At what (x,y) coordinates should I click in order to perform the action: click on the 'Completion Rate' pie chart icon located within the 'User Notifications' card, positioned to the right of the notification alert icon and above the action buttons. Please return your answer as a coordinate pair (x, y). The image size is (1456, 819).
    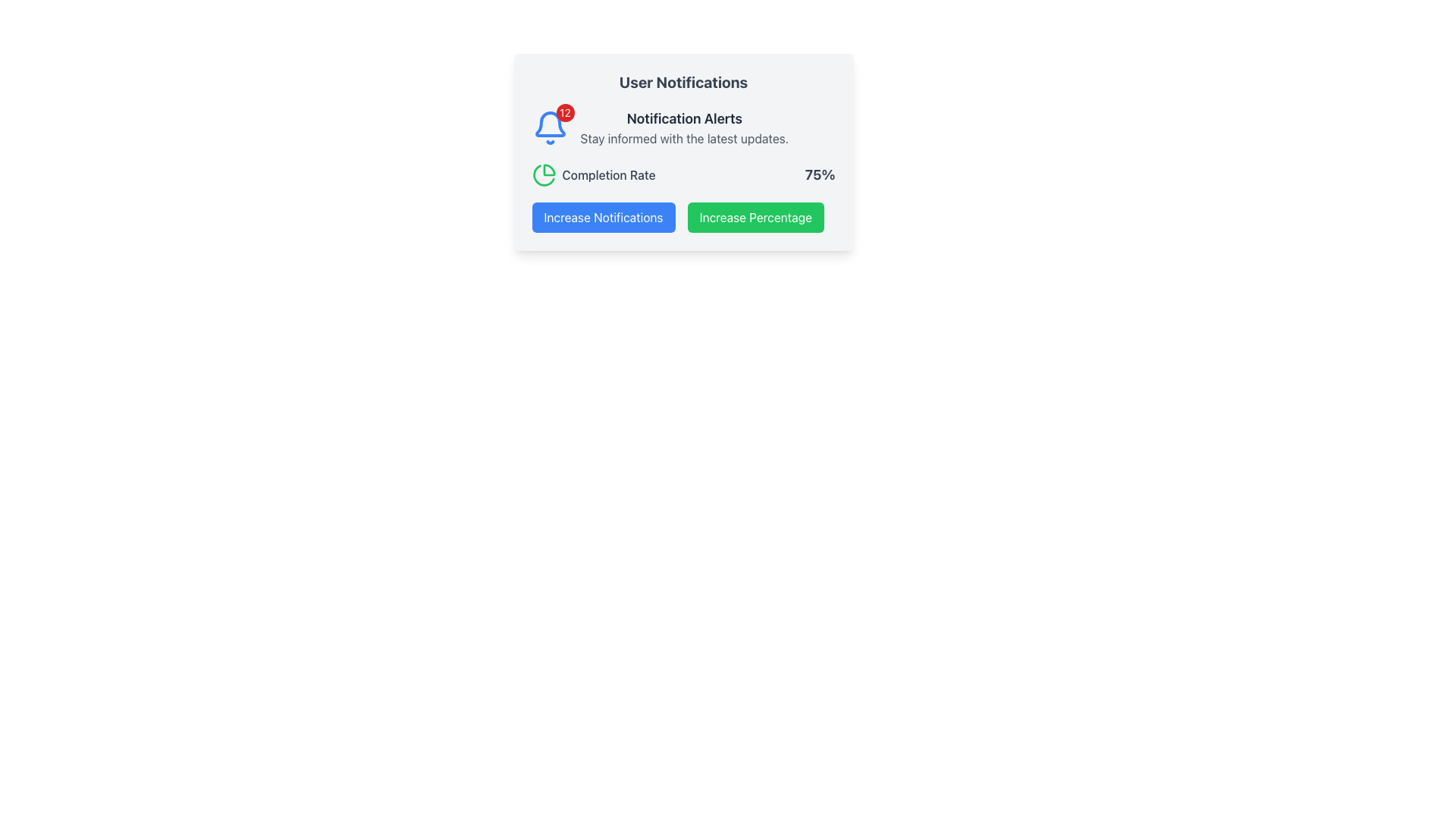
    Looking at the image, I should click on (544, 174).